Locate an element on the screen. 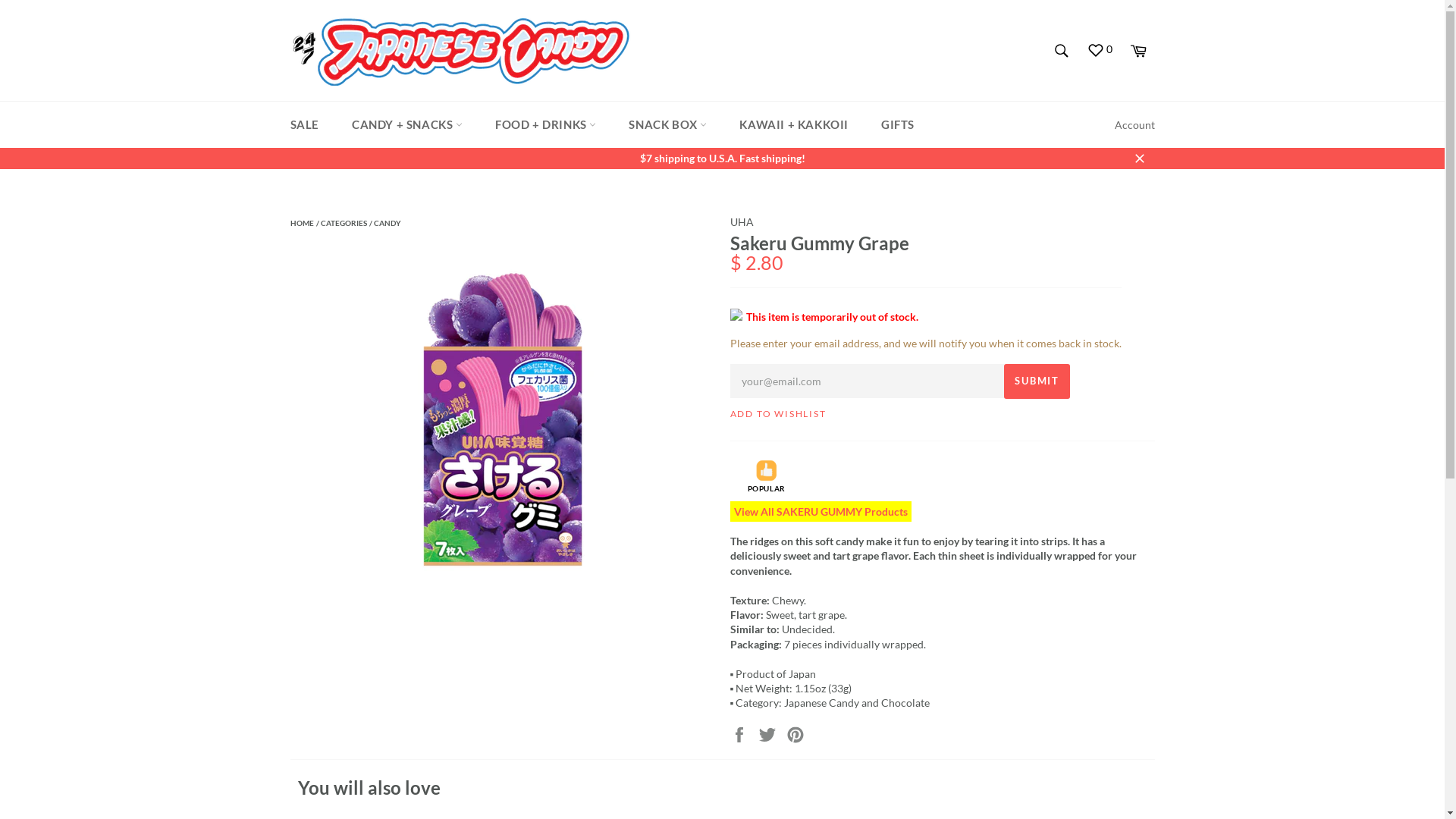 The height and width of the screenshot is (819, 1456). 'HOME' is located at coordinates (301, 222).